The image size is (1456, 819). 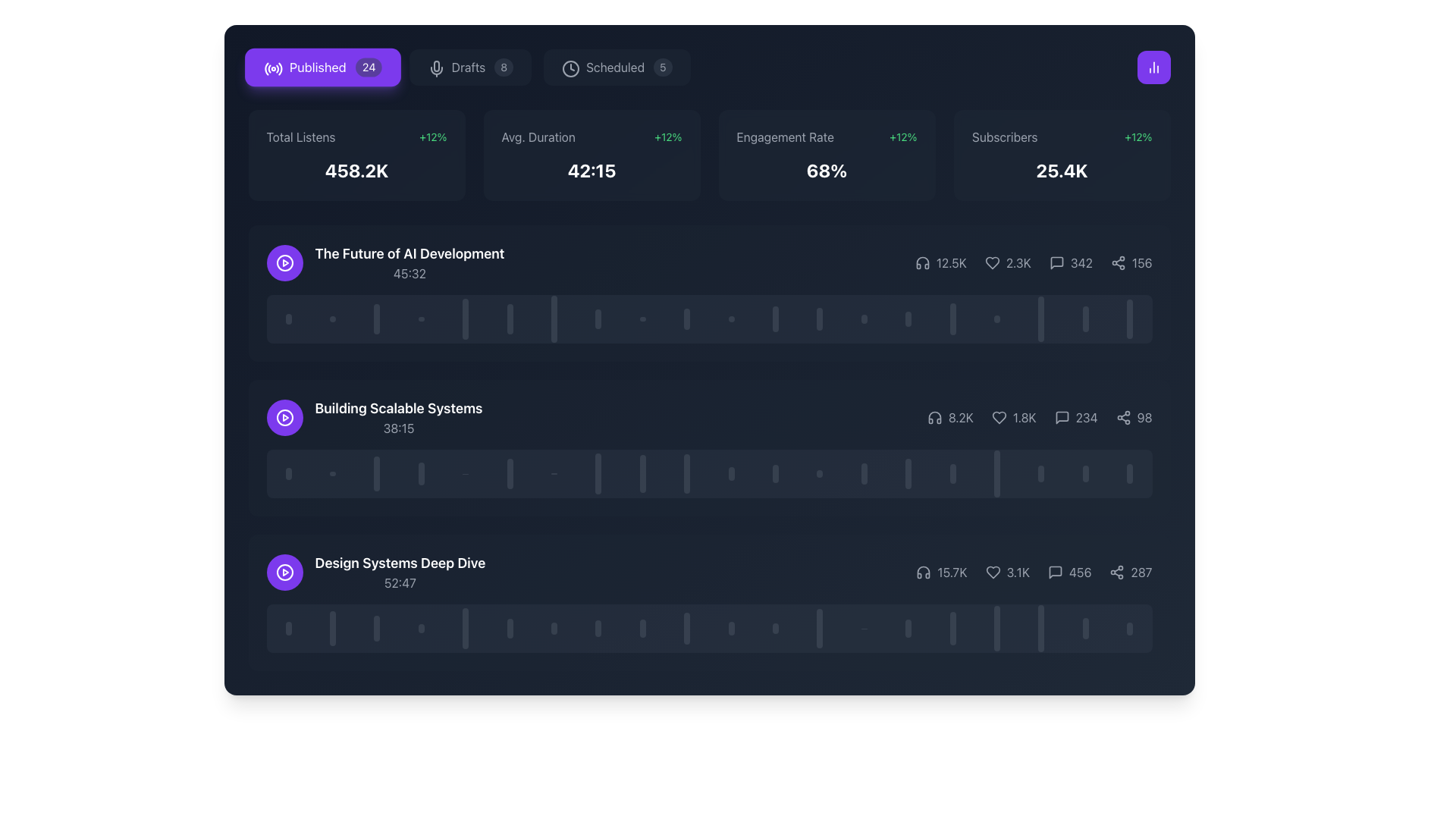 I want to click on the text label displaying '1.8K', which is positioned to the right of the heart icon in the second content row for 'Building Scalable Systems', so click(x=1025, y=418).